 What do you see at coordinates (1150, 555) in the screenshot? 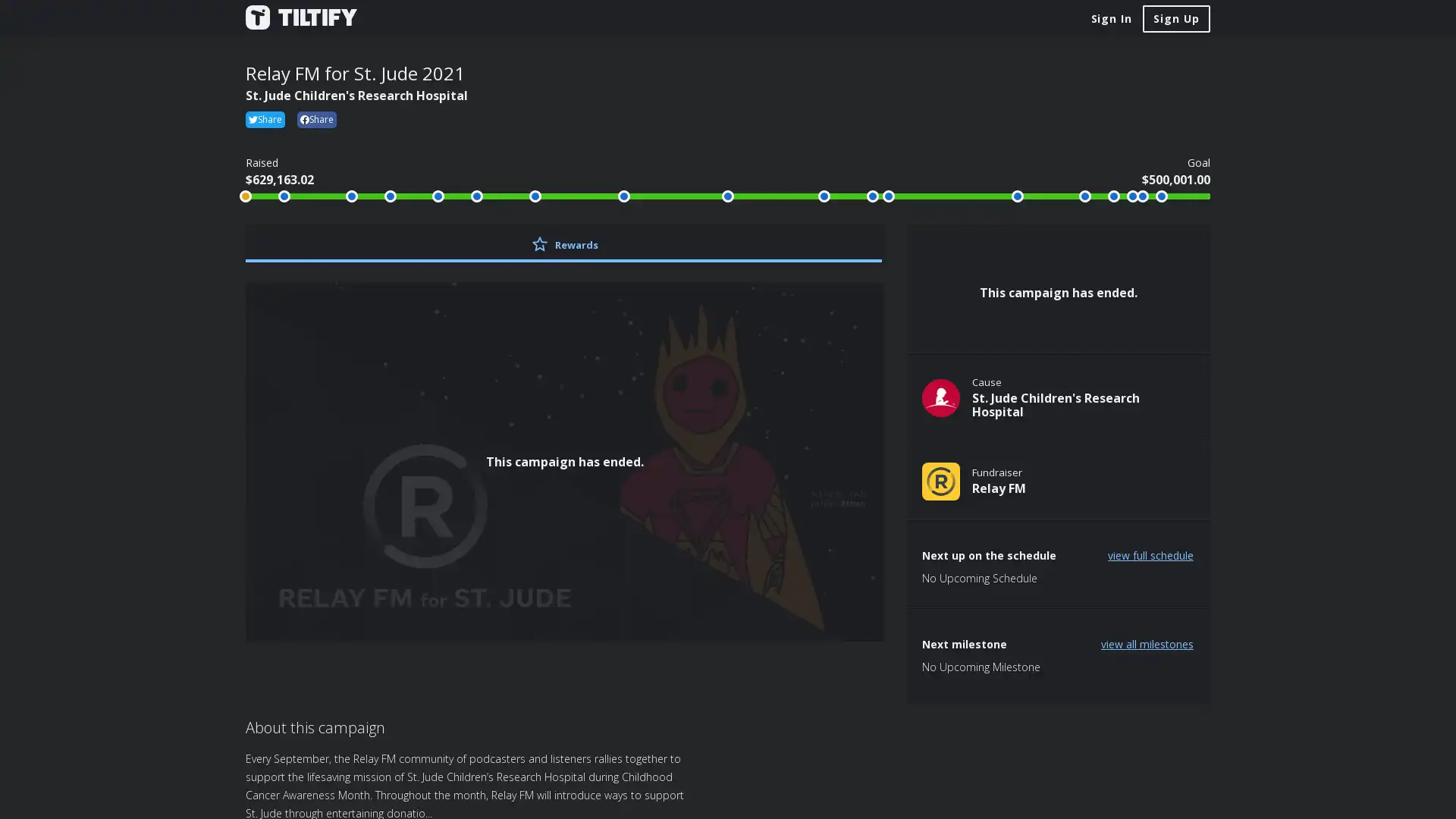
I see `view full schedule` at bounding box center [1150, 555].